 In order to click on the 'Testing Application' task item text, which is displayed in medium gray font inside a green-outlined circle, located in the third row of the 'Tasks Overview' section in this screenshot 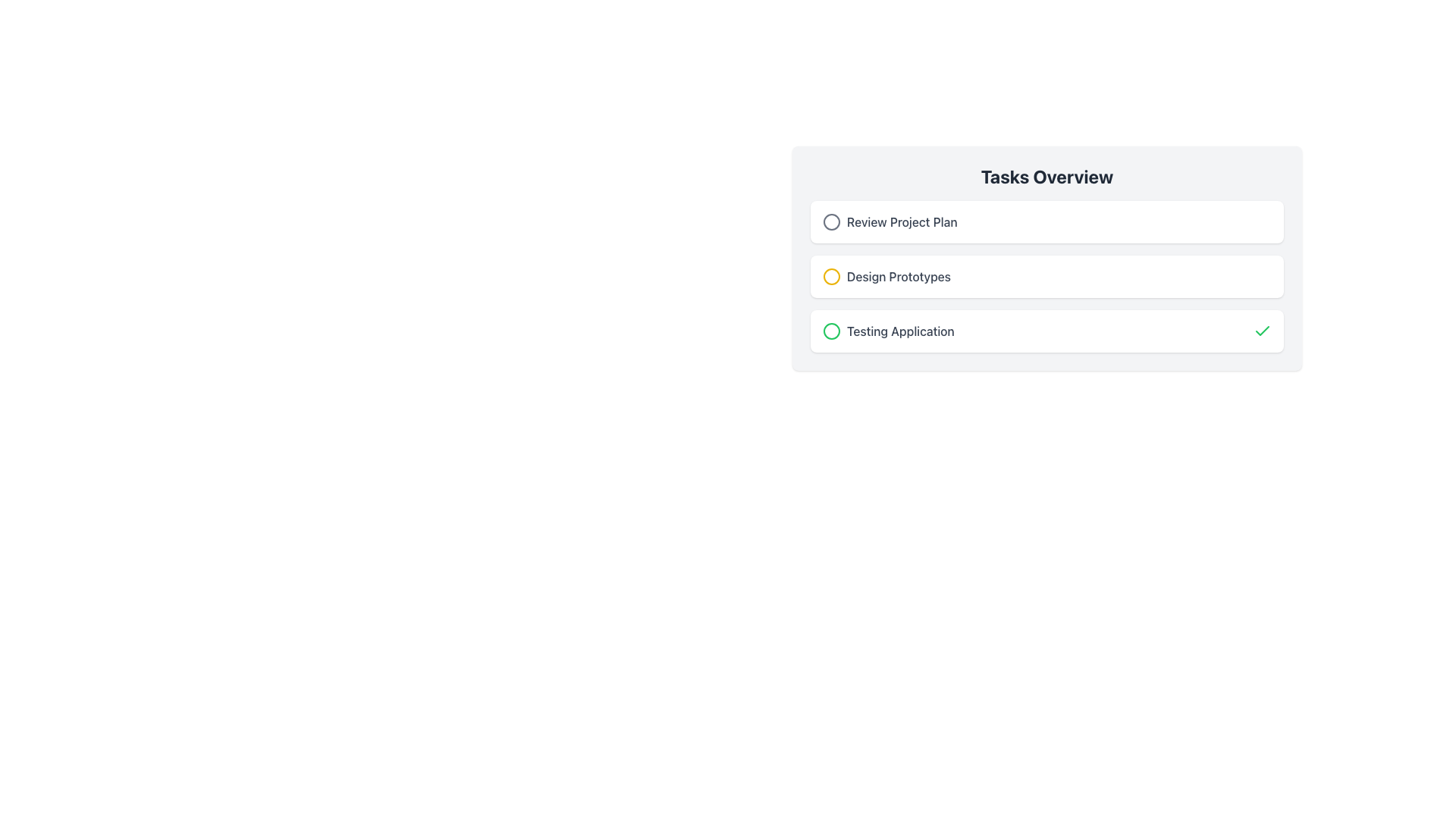, I will do `click(888, 330)`.